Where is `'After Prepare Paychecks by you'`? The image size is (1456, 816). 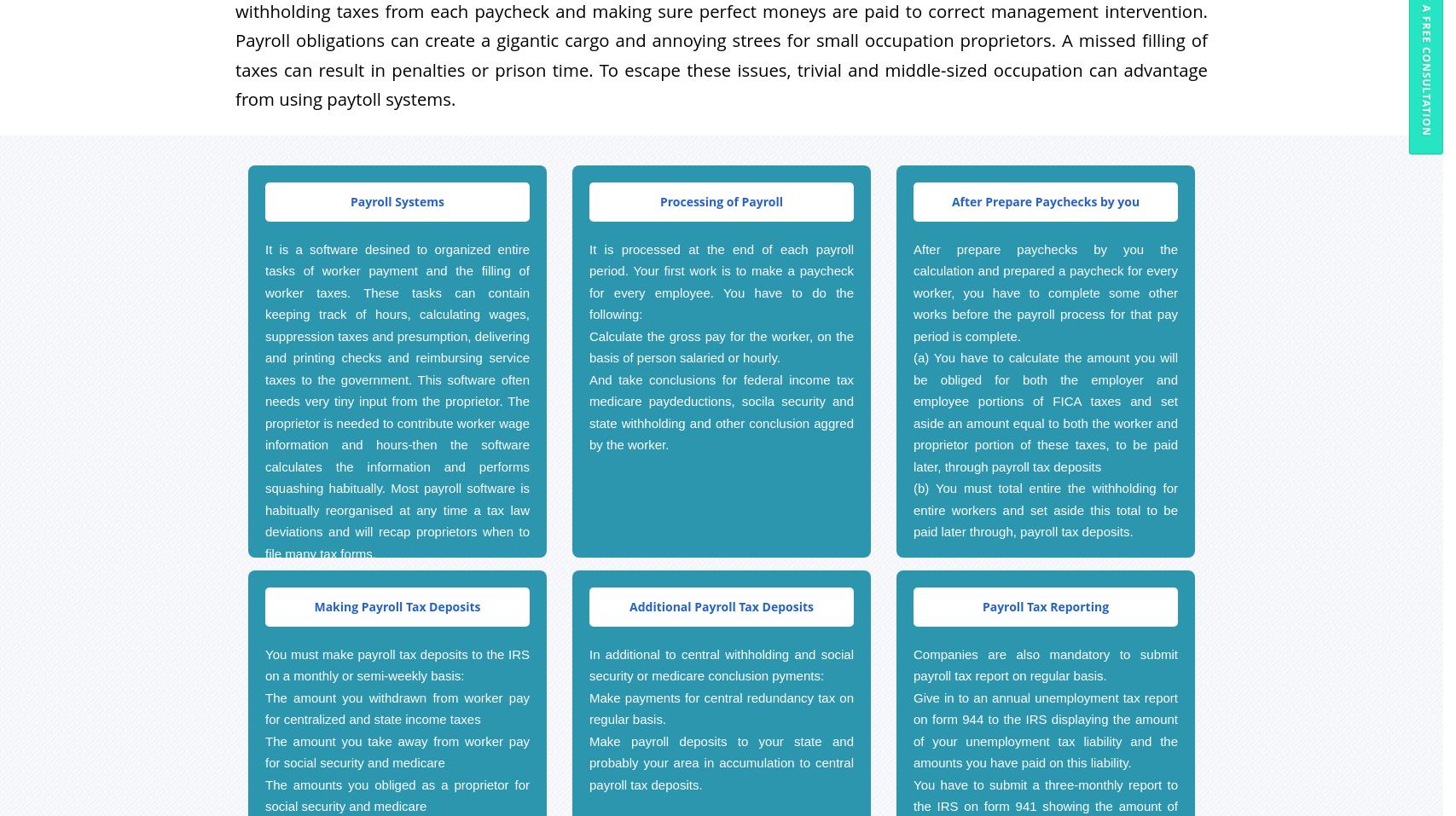 'After Prepare Paychecks by you' is located at coordinates (1044, 200).